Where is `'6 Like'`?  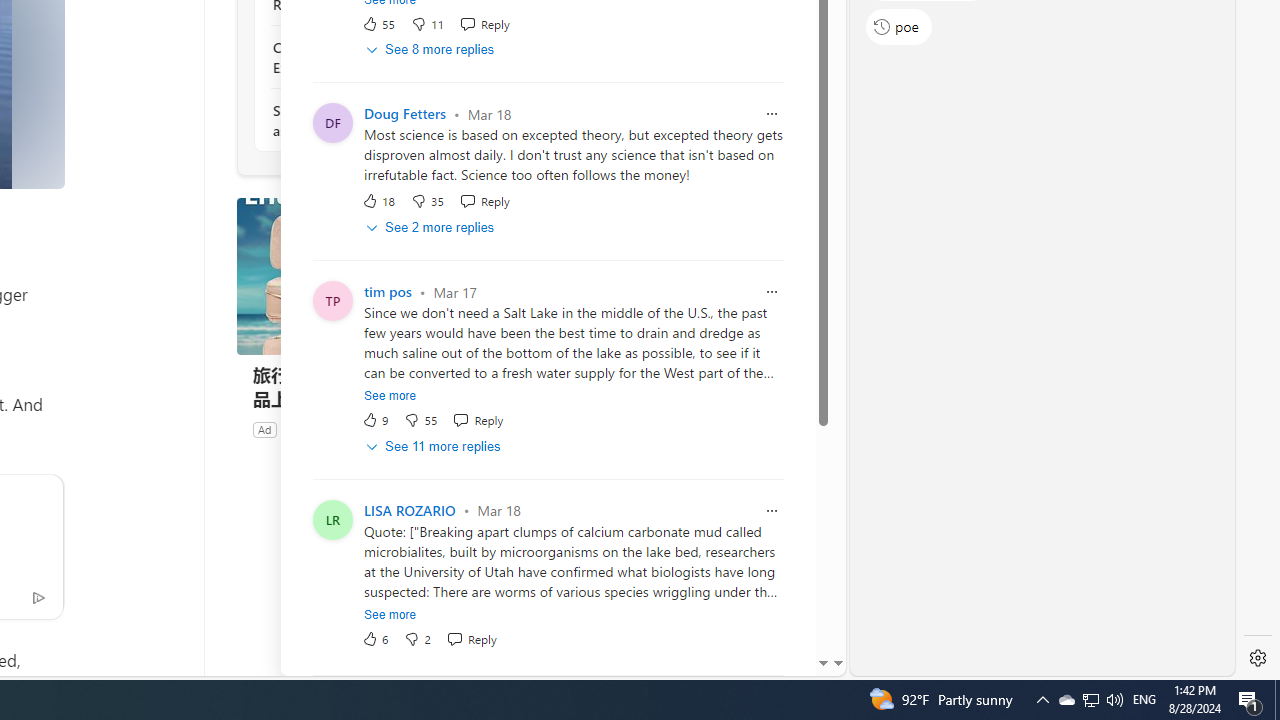 '6 Like' is located at coordinates (375, 638).